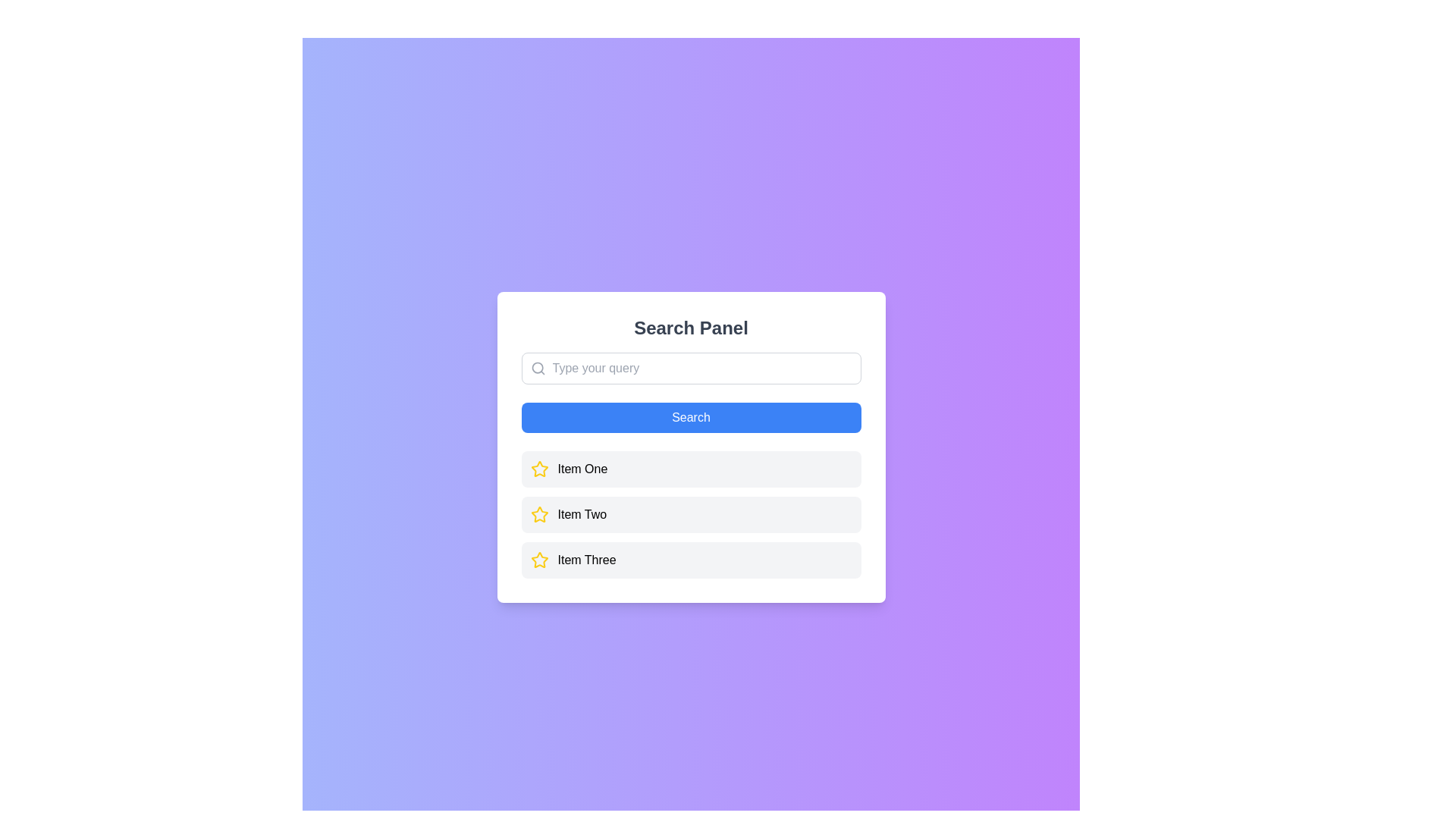  I want to click on the list item labeled 'Item Three', so click(690, 560).